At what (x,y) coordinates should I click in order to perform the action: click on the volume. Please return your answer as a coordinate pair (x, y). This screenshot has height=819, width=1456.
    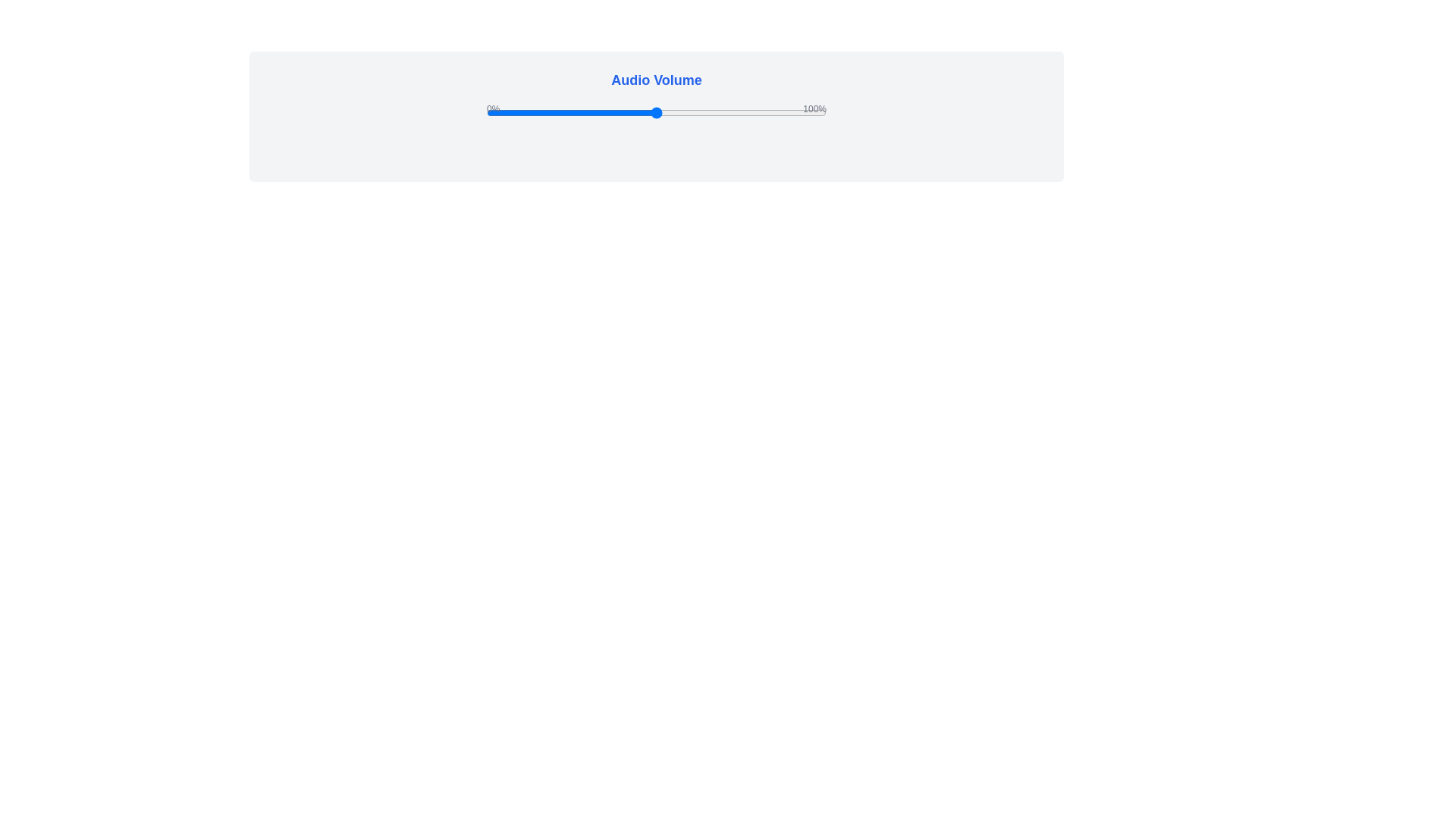
    Looking at the image, I should click on (703, 112).